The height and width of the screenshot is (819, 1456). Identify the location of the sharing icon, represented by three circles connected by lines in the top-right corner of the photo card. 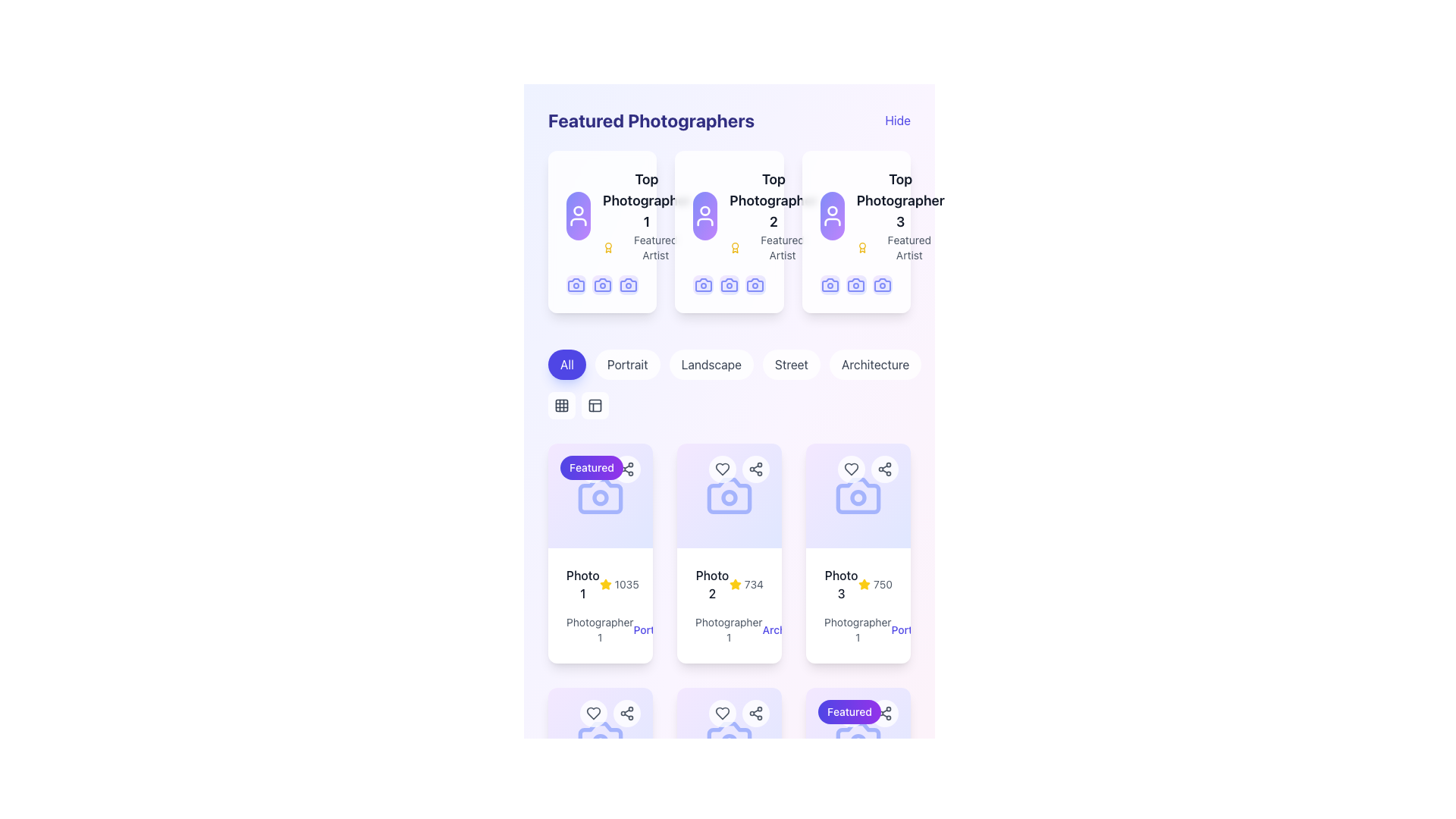
(756, 714).